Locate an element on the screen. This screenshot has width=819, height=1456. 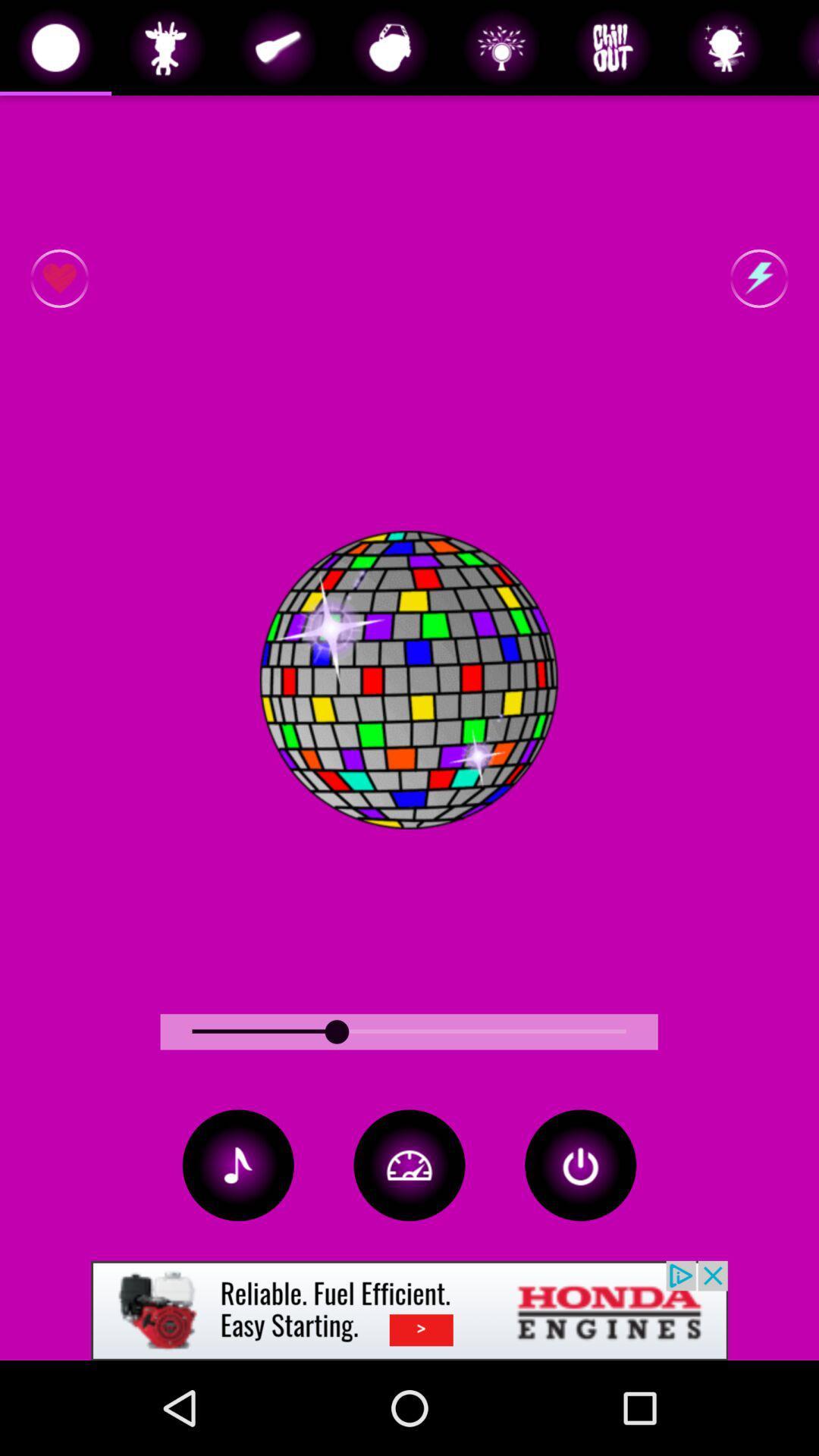
the music icon is located at coordinates (238, 1164).